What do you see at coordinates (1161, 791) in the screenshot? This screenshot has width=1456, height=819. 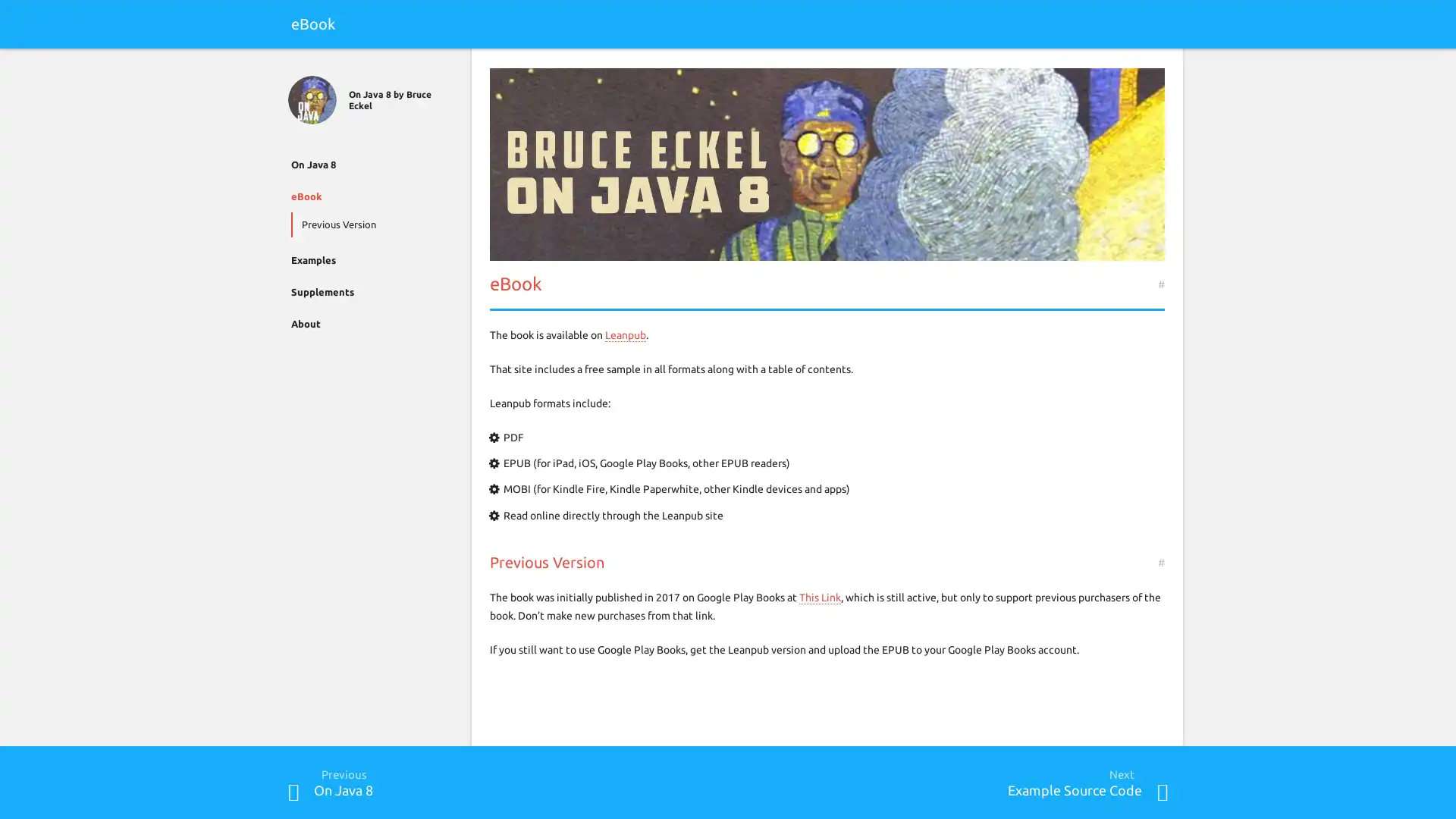 I see `Next` at bounding box center [1161, 791].